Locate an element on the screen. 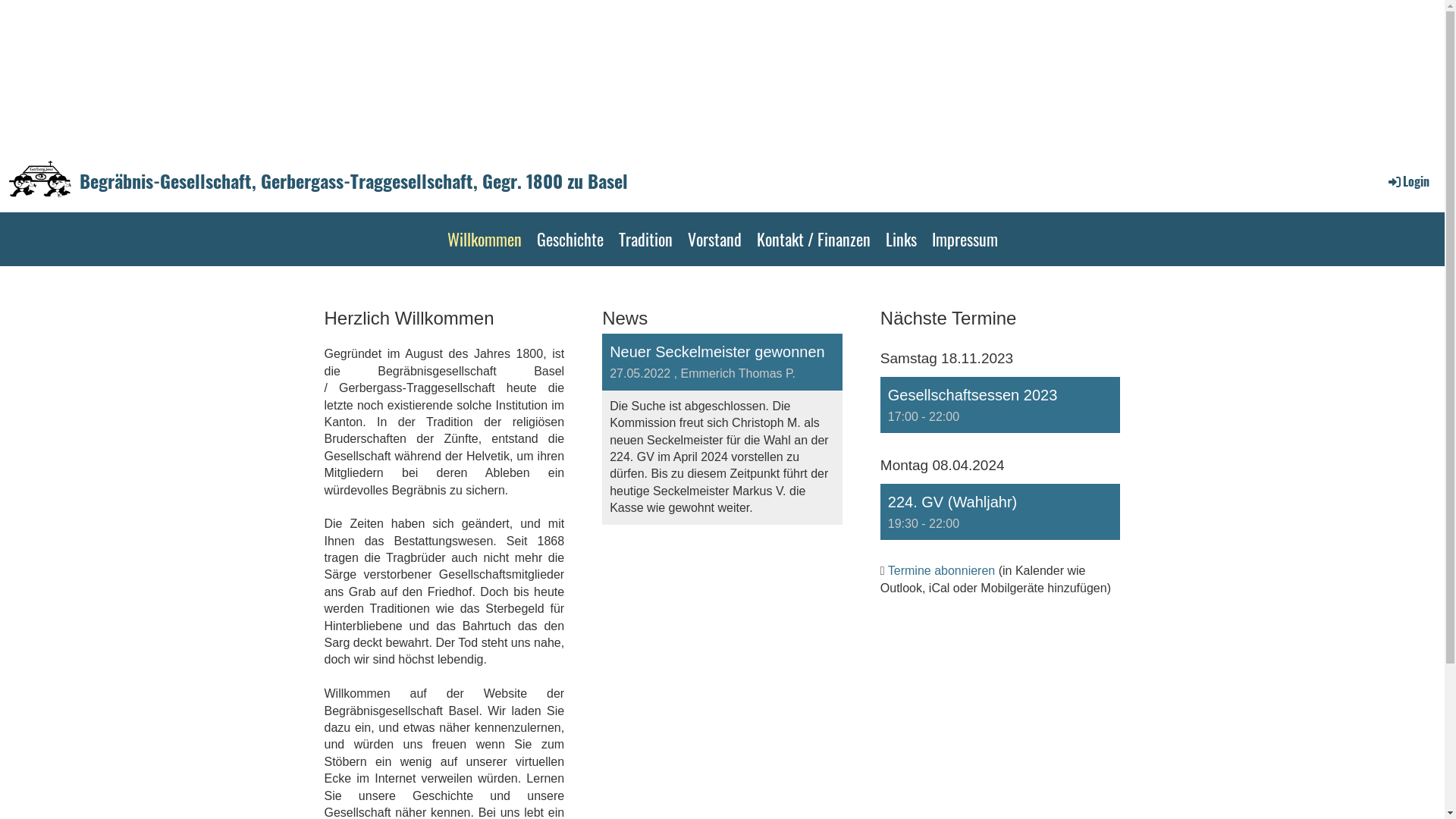  'Willkommen' is located at coordinates (483, 239).